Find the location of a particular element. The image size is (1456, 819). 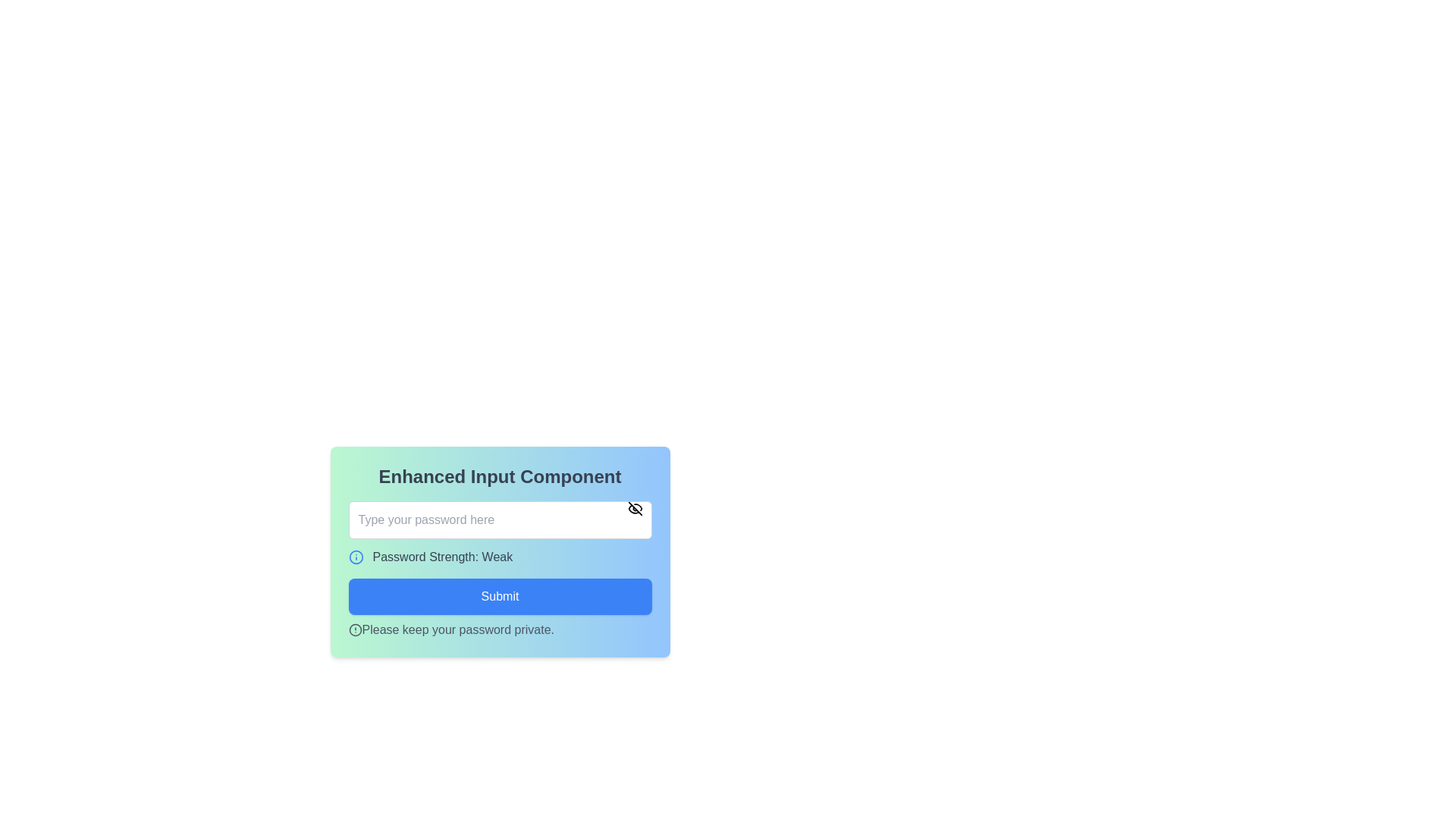

the password visibility toggle icon, which is a crossed-out eye pictograph located at the far right inside the password input field is located at coordinates (635, 509).